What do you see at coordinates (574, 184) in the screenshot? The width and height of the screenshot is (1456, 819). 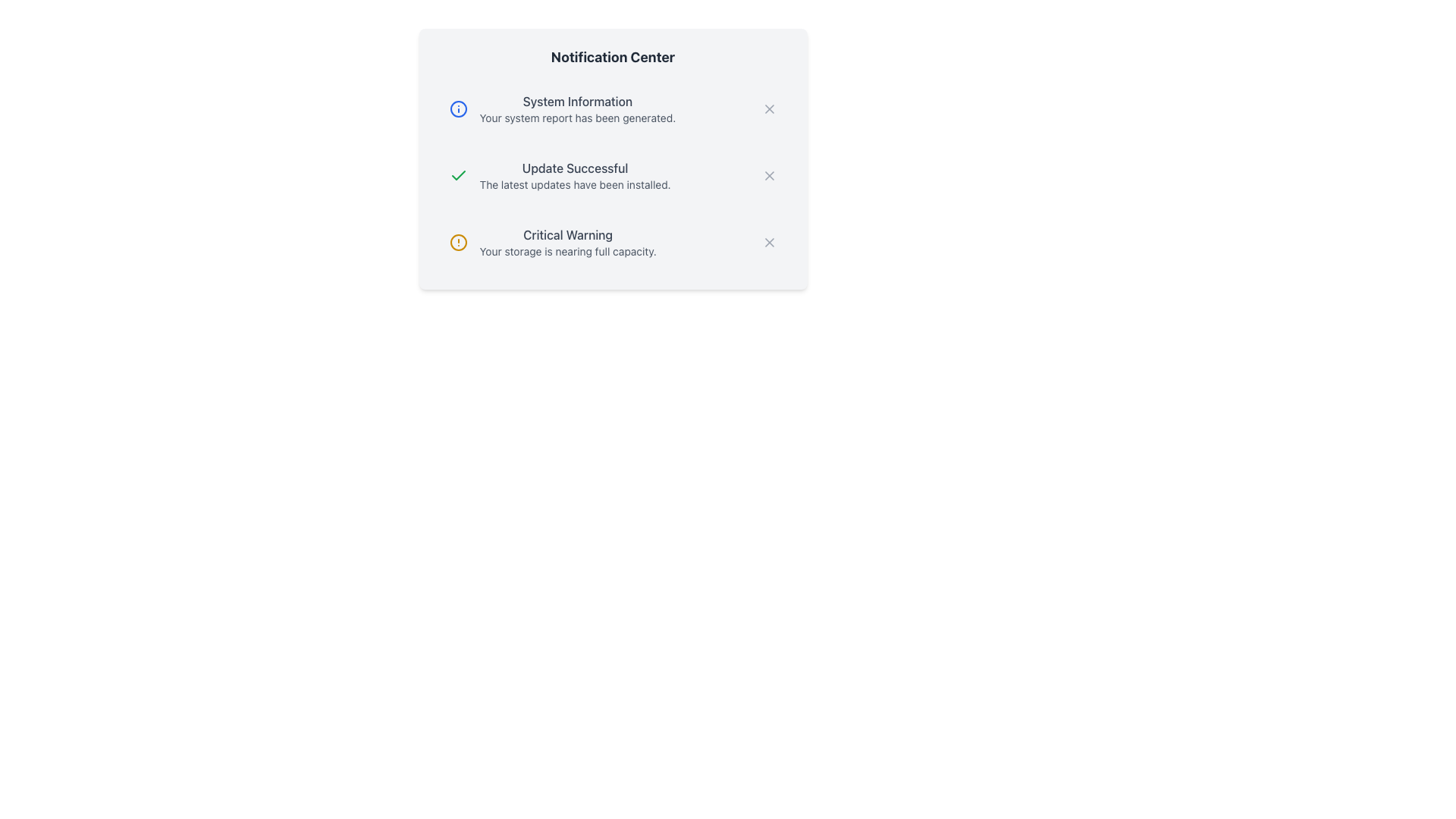 I see `the text label displaying 'The latest updates have been installed.' which is styled in gray and located directly below 'Update Successful'` at bounding box center [574, 184].